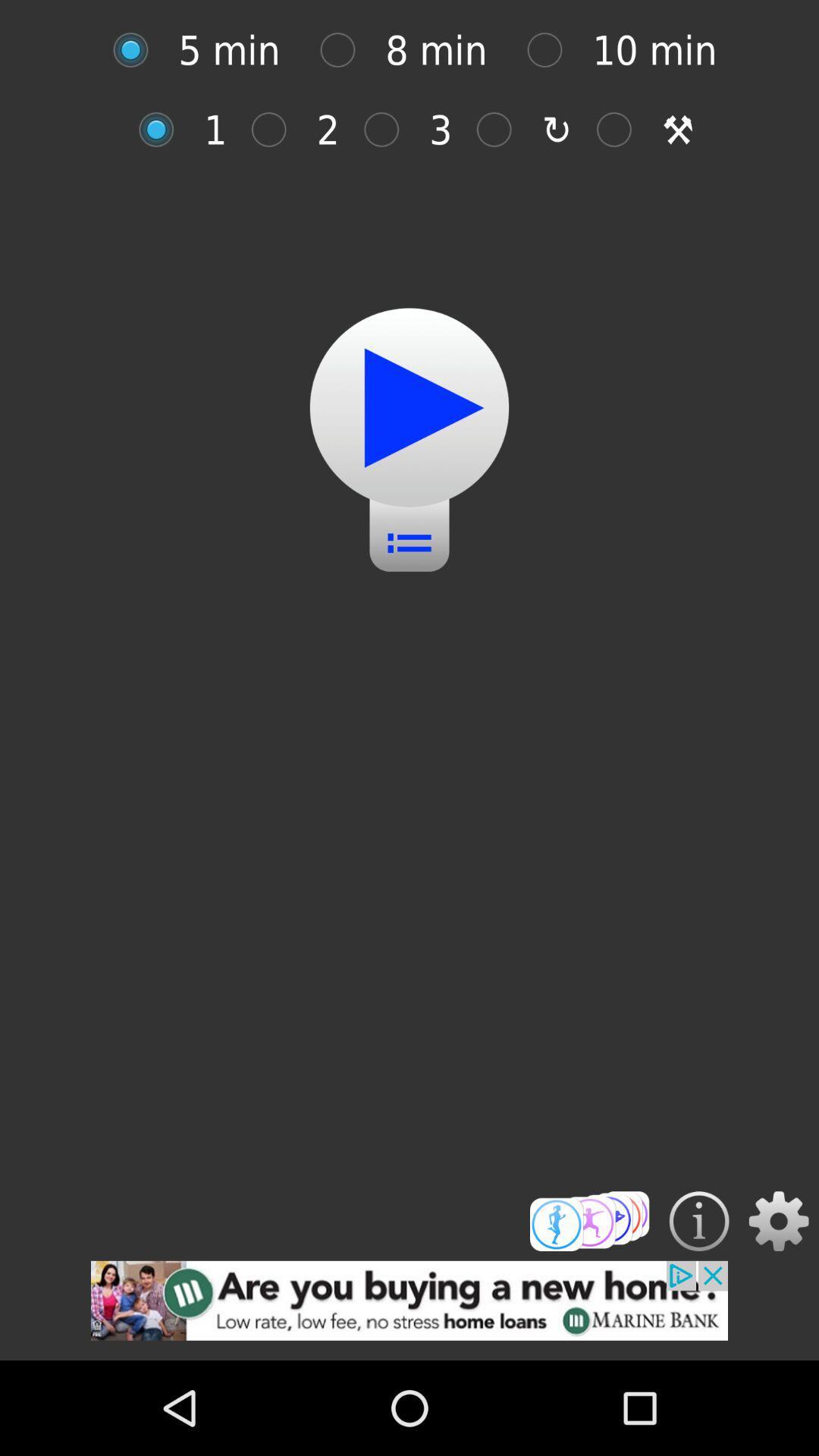 This screenshot has width=819, height=1456. Describe the element at coordinates (502, 130) in the screenshot. I see `third option` at that location.